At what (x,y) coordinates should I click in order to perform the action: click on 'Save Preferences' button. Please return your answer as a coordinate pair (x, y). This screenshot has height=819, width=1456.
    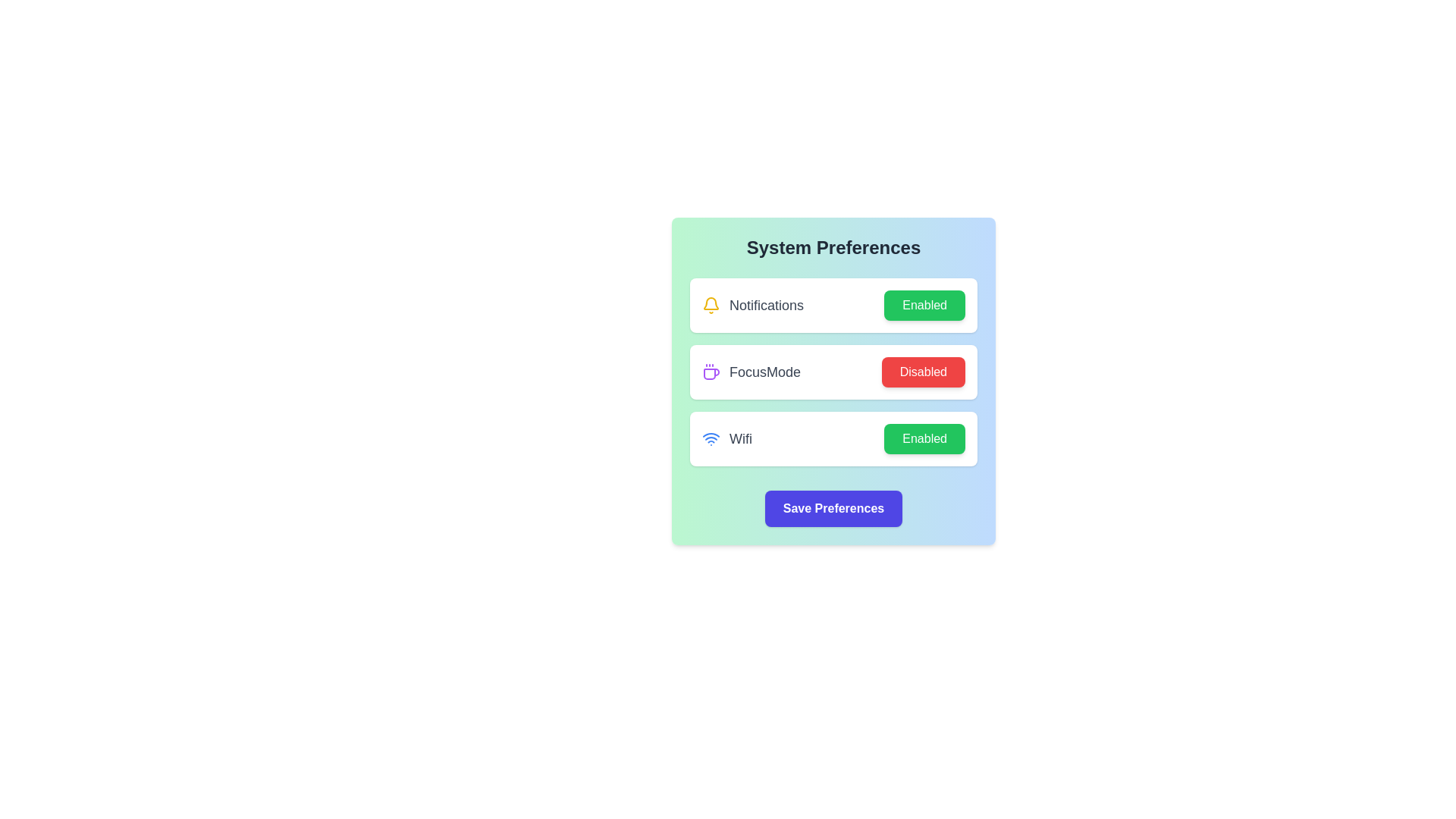
    Looking at the image, I should click on (833, 509).